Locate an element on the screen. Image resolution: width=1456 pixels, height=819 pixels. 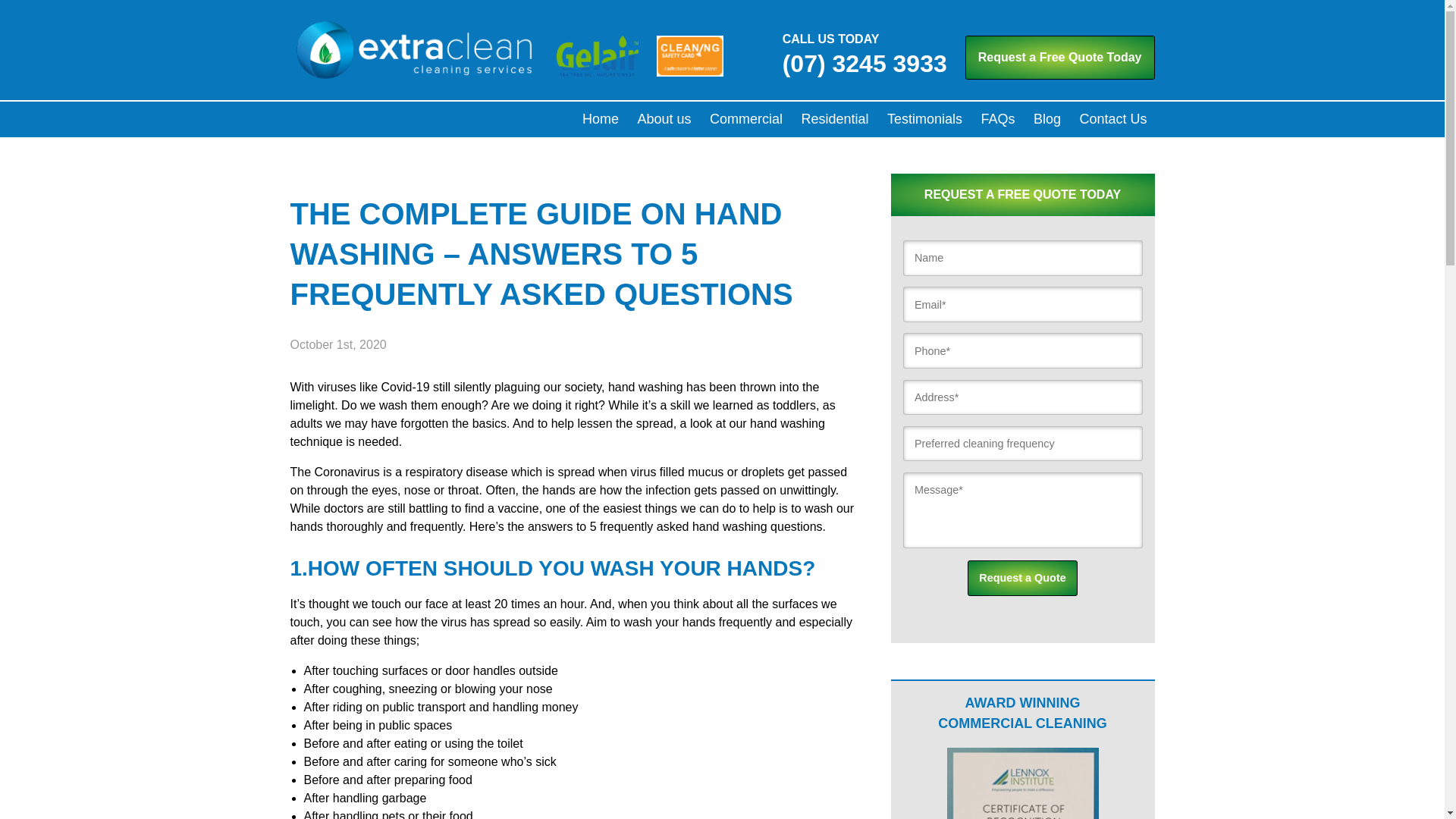
'Testimonials' is located at coordinates (924, 118).